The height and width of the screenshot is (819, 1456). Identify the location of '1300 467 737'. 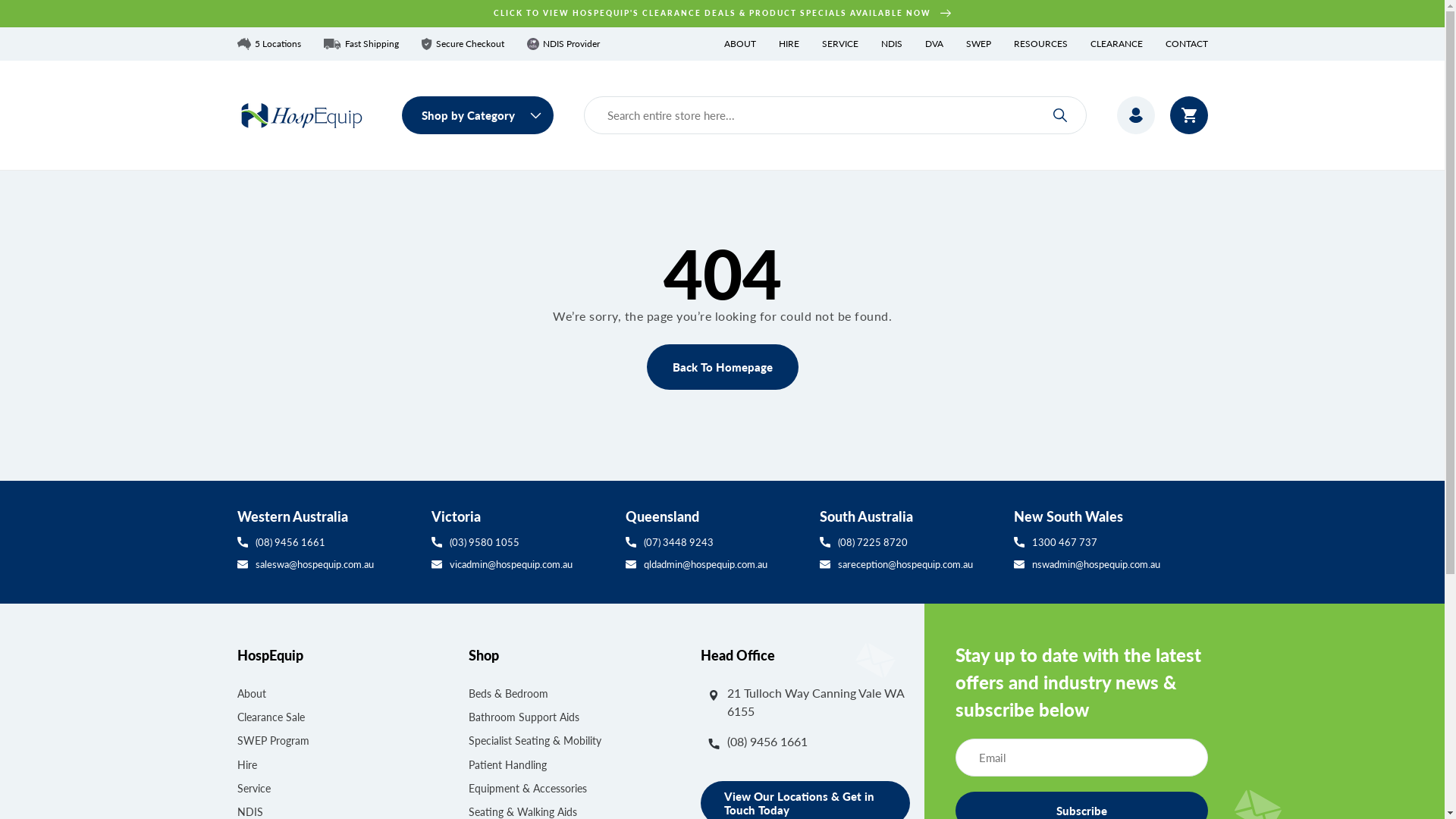
(1110, 541).